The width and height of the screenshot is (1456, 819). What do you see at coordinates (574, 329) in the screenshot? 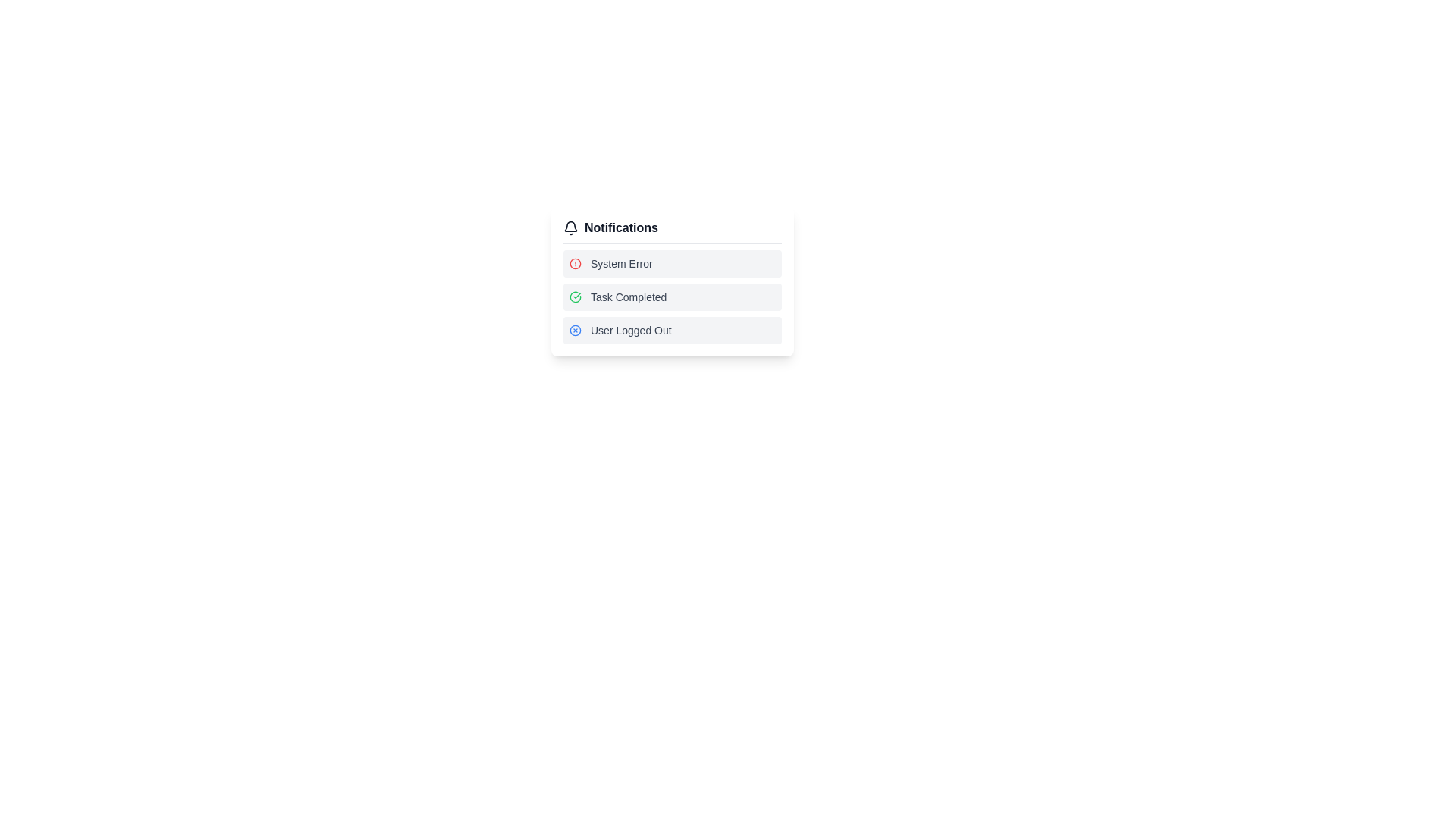
I see `the circular icon with a blue outline and a cross, located next to the 'User Logged Out' notification text` at bounding box center [574, 329].